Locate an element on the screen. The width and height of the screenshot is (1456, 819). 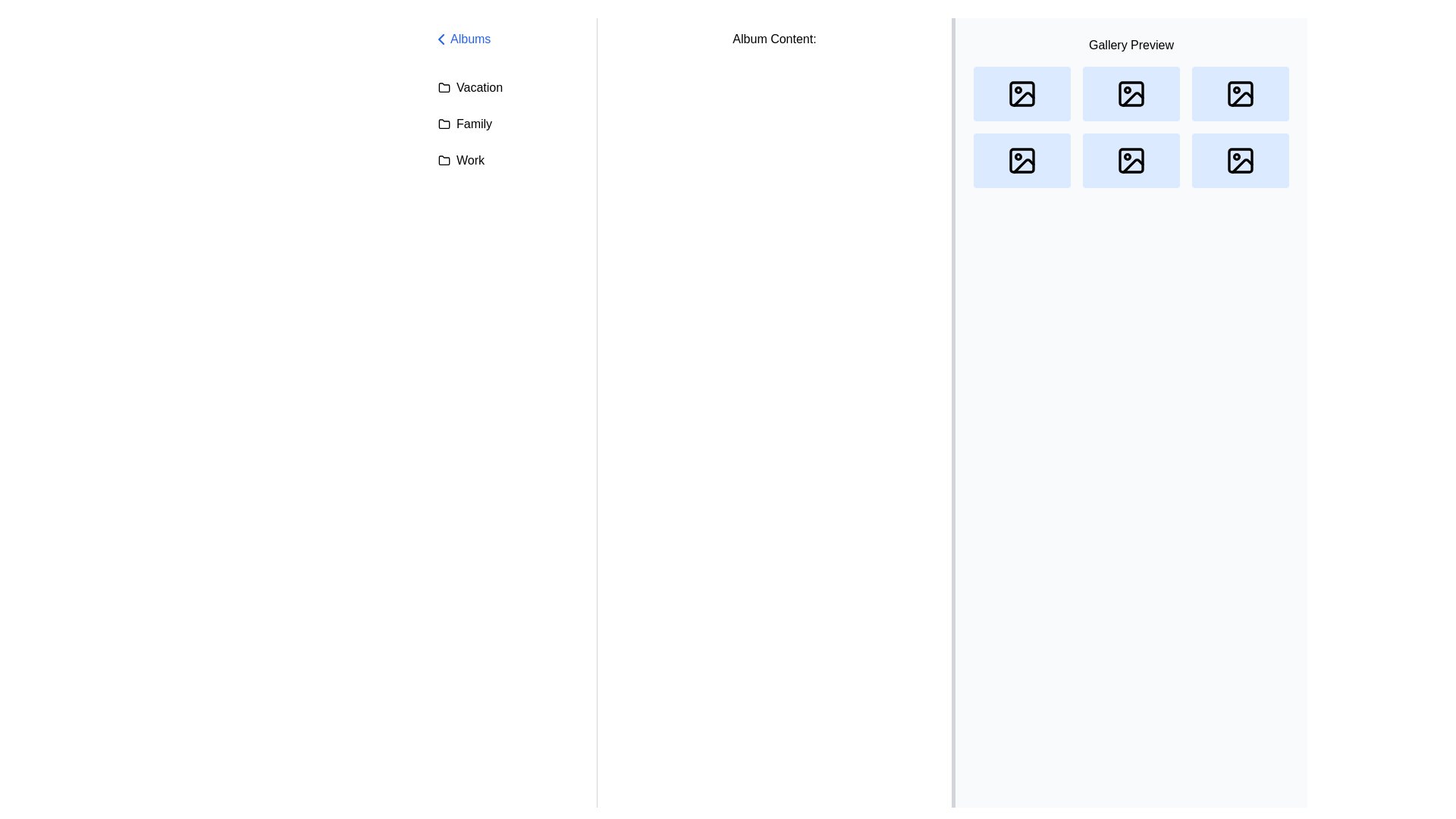
the image placeholder icon located in the third position of the top row in the Gallery Preview section is located at coordinates (1241, 93).